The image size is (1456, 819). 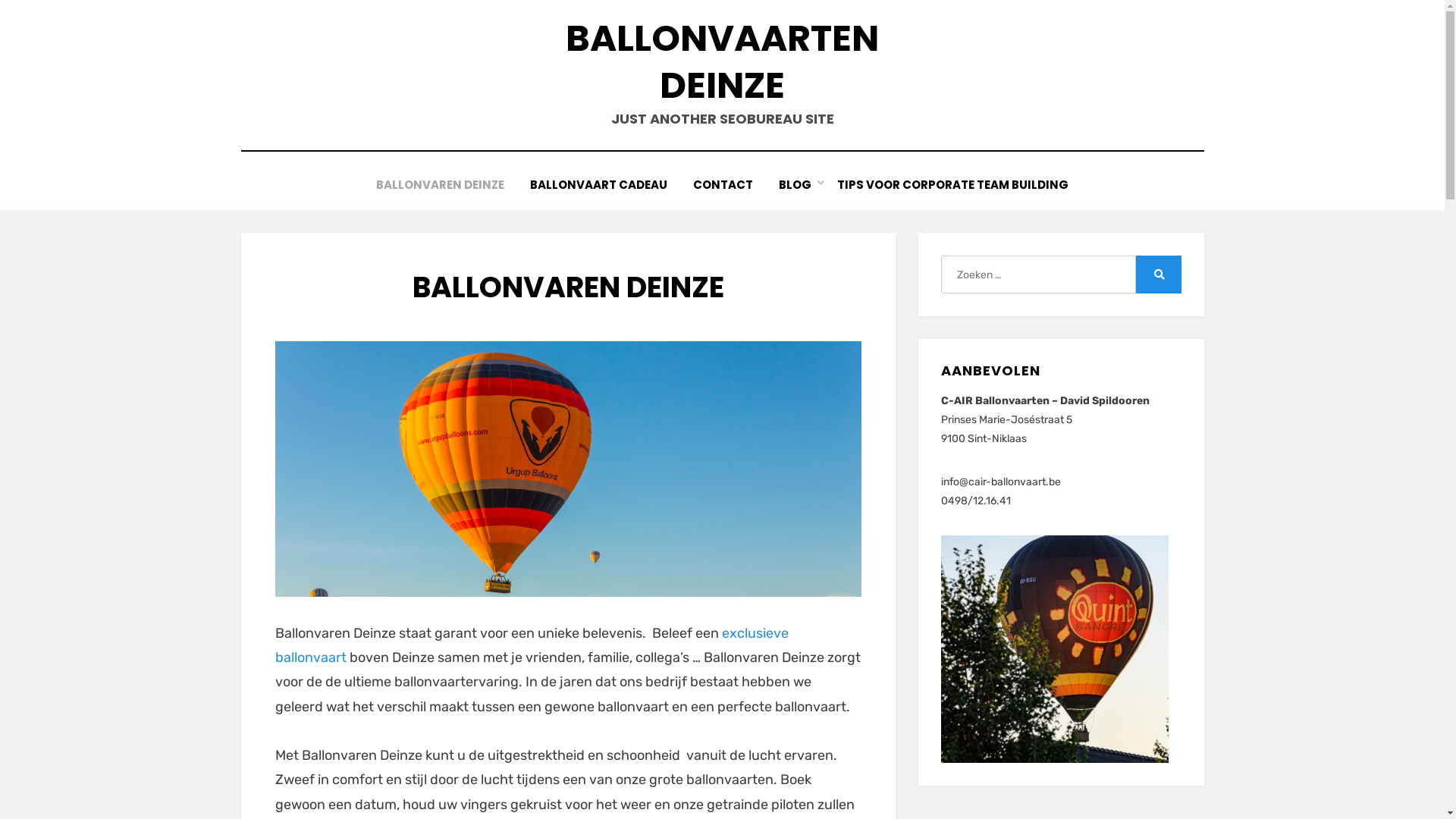 I want to click on 'BALLONVAART CADEAU', so click(x=598, y=184).